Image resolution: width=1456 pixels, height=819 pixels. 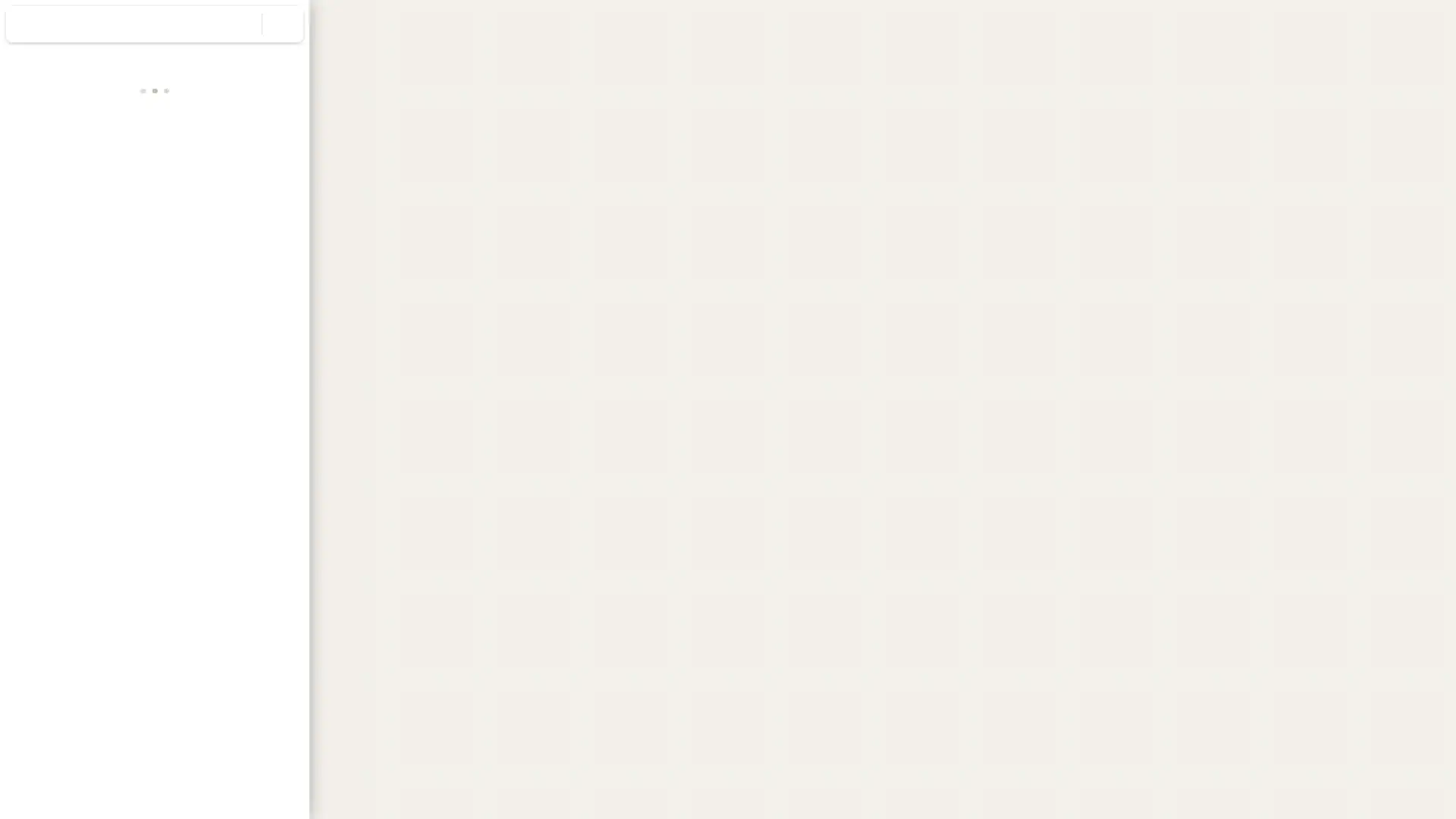 What do you see at coordinates (27, 26) in the screenshot?
I see `Menu` at bounding box center [27, 26].